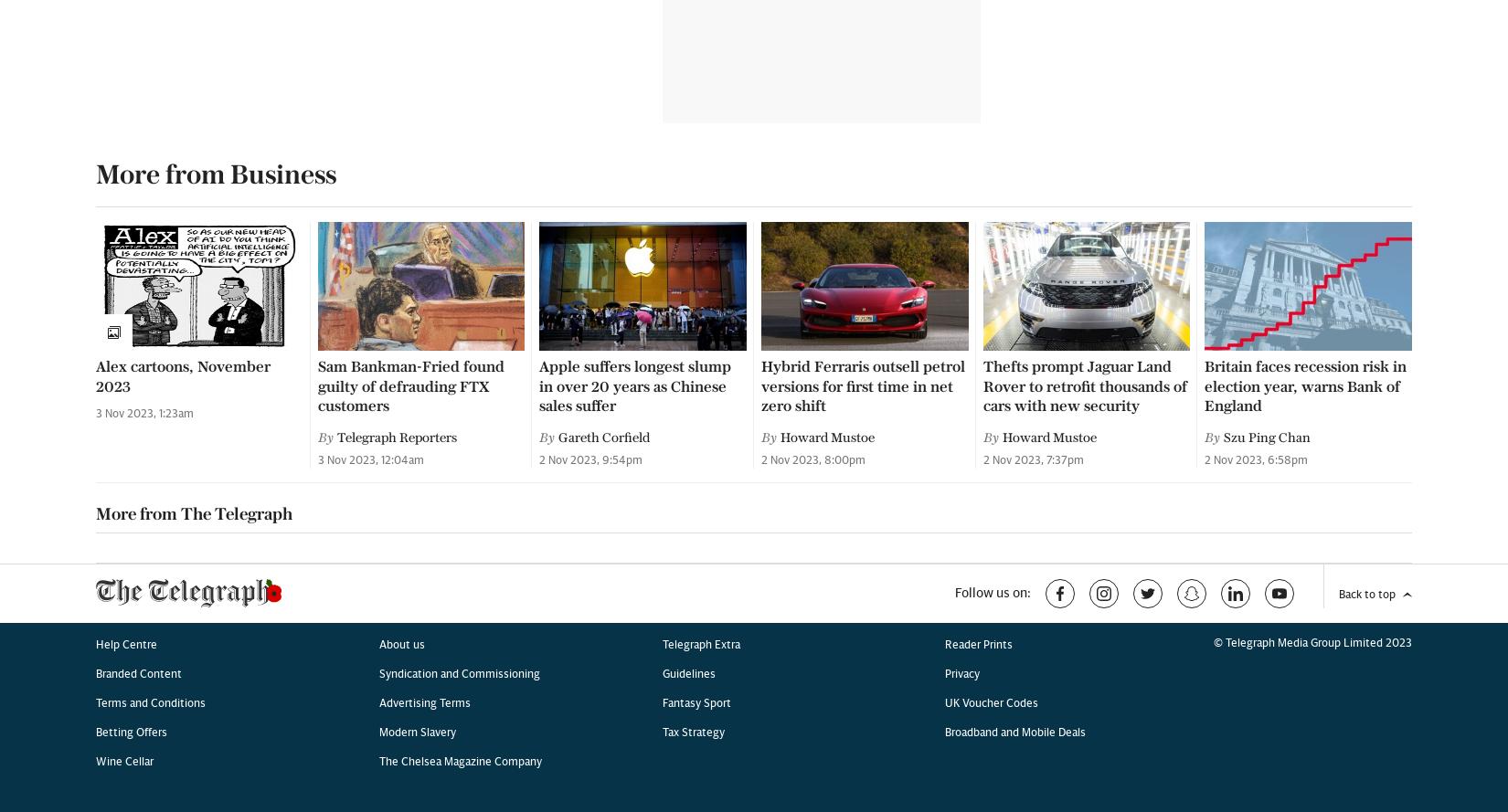 The image size is (1508, 812). Describe the element at coordinates (962, 109) in the screenshot. I see `'Privacy'` at that location.